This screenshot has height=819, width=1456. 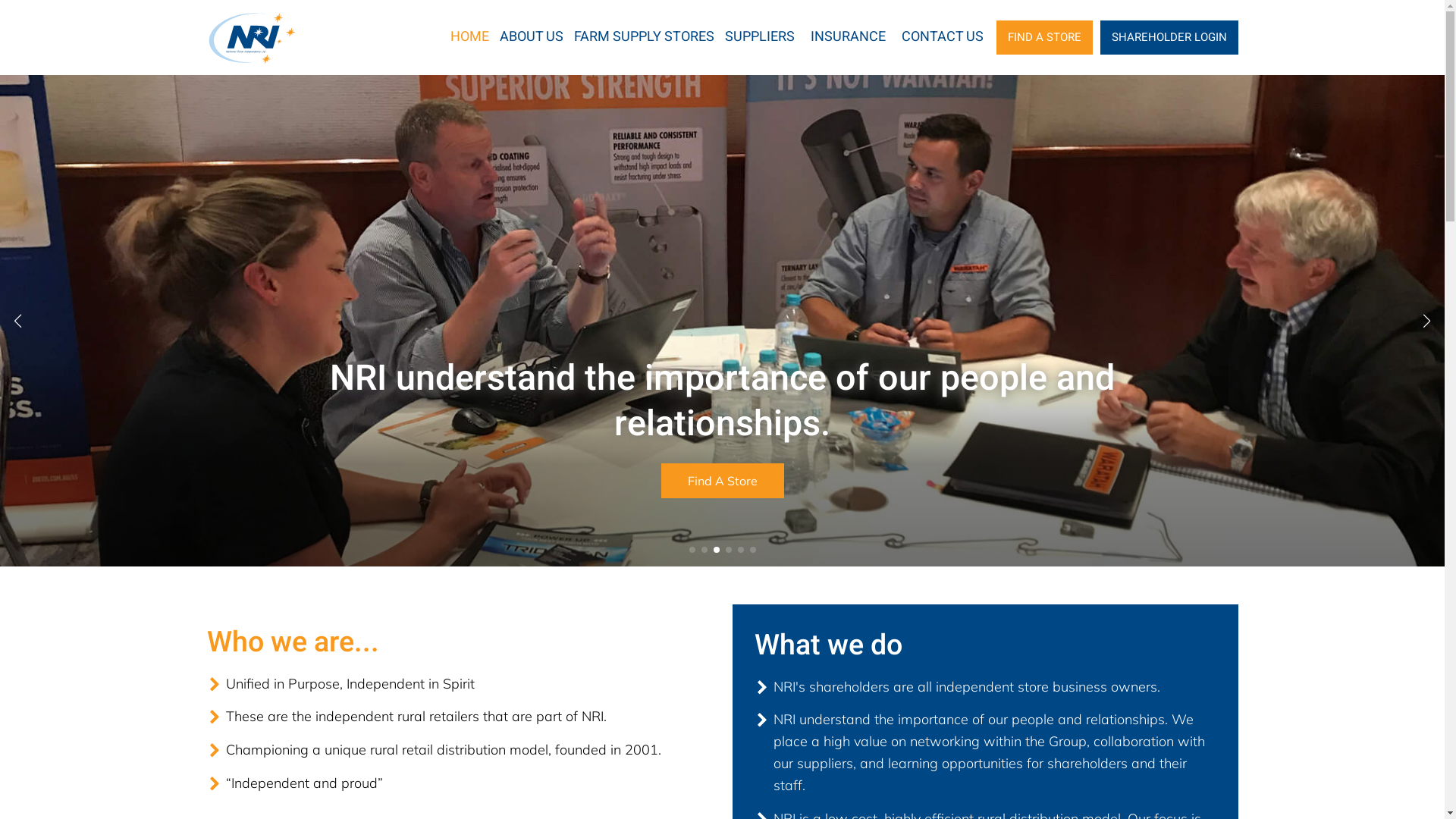 What do you see at coordinates (531, 36) in the screenshot?
I see `'ABOUT US'` at bounding box center [531, 36].